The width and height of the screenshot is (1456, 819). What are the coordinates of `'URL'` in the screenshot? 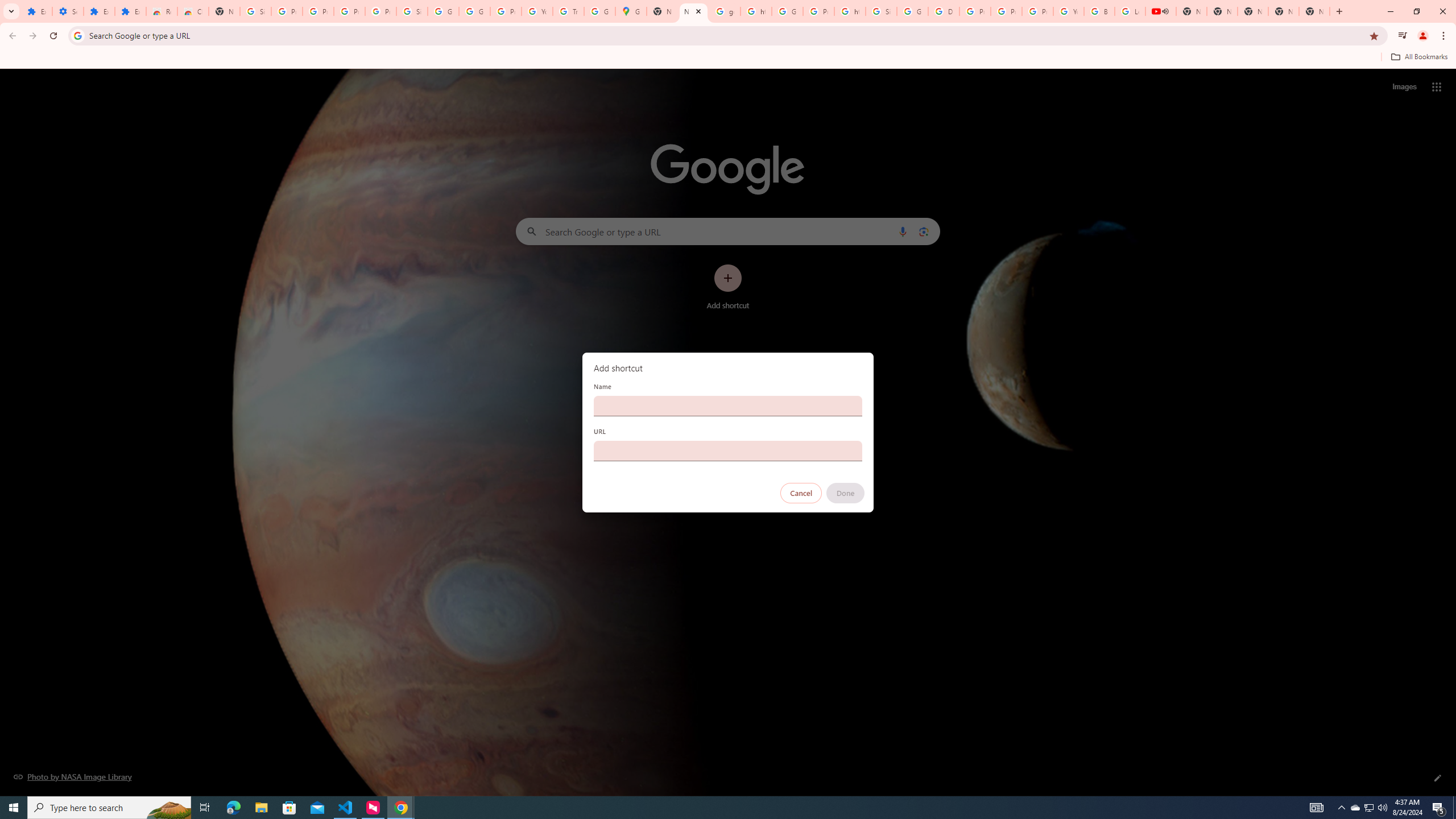 It's located at (728, 450).